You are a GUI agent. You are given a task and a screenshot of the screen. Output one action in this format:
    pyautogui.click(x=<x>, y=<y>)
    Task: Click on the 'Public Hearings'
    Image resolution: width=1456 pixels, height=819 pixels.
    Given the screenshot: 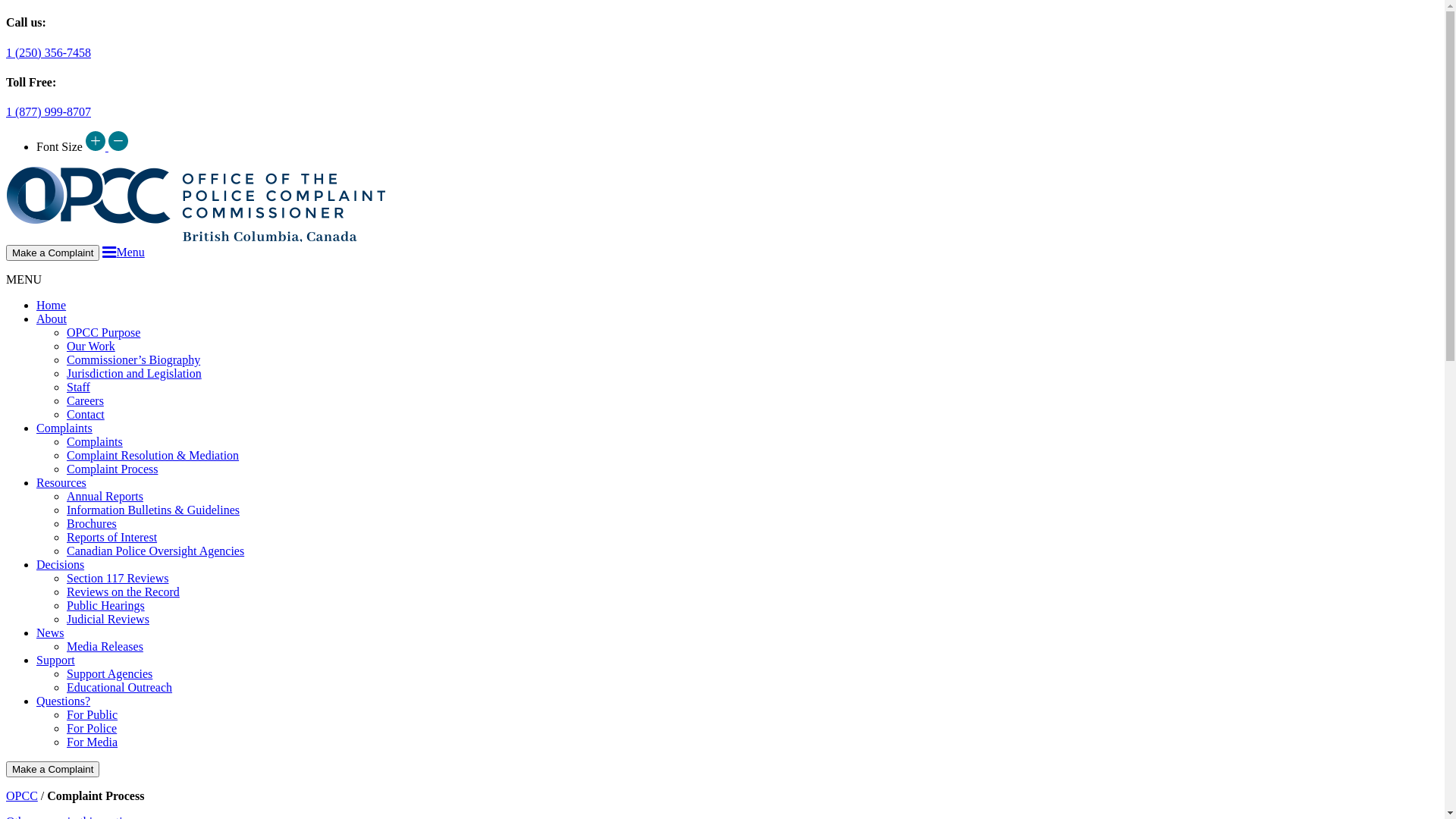 What is the action you would take?
    pyautogui.click(x=105, y=604)
    